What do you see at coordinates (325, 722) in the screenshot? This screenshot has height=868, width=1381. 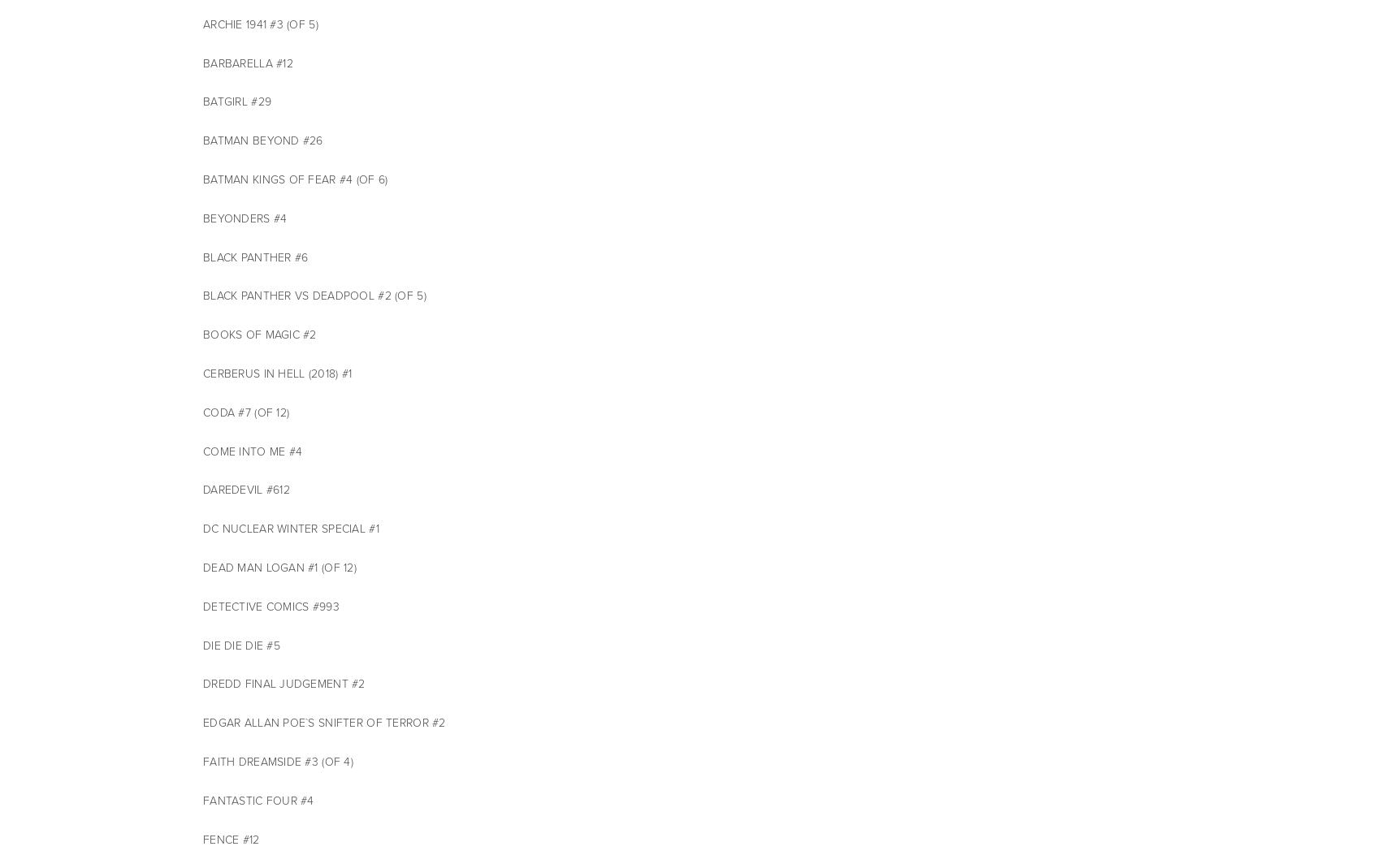 I see `'EDGAR ALLAN POE`S SNIFTER OF TERROR #2'` at bounding box center [325, 722].